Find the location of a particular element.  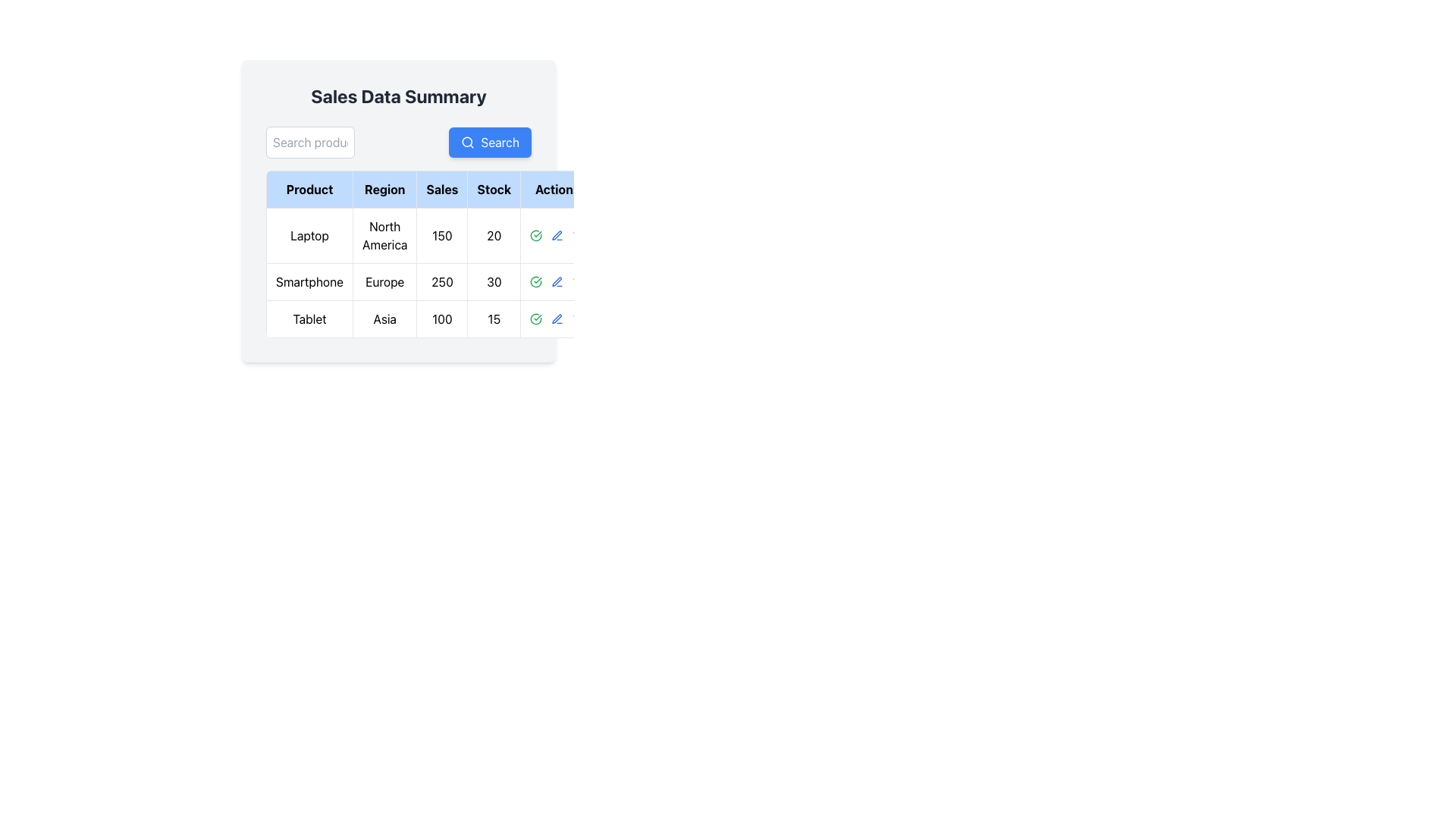

the table header cell displaying 'Product', which is the first header cell in the Sales Data Summary table with a light blue background and black border is located at coordinates (309, 189).